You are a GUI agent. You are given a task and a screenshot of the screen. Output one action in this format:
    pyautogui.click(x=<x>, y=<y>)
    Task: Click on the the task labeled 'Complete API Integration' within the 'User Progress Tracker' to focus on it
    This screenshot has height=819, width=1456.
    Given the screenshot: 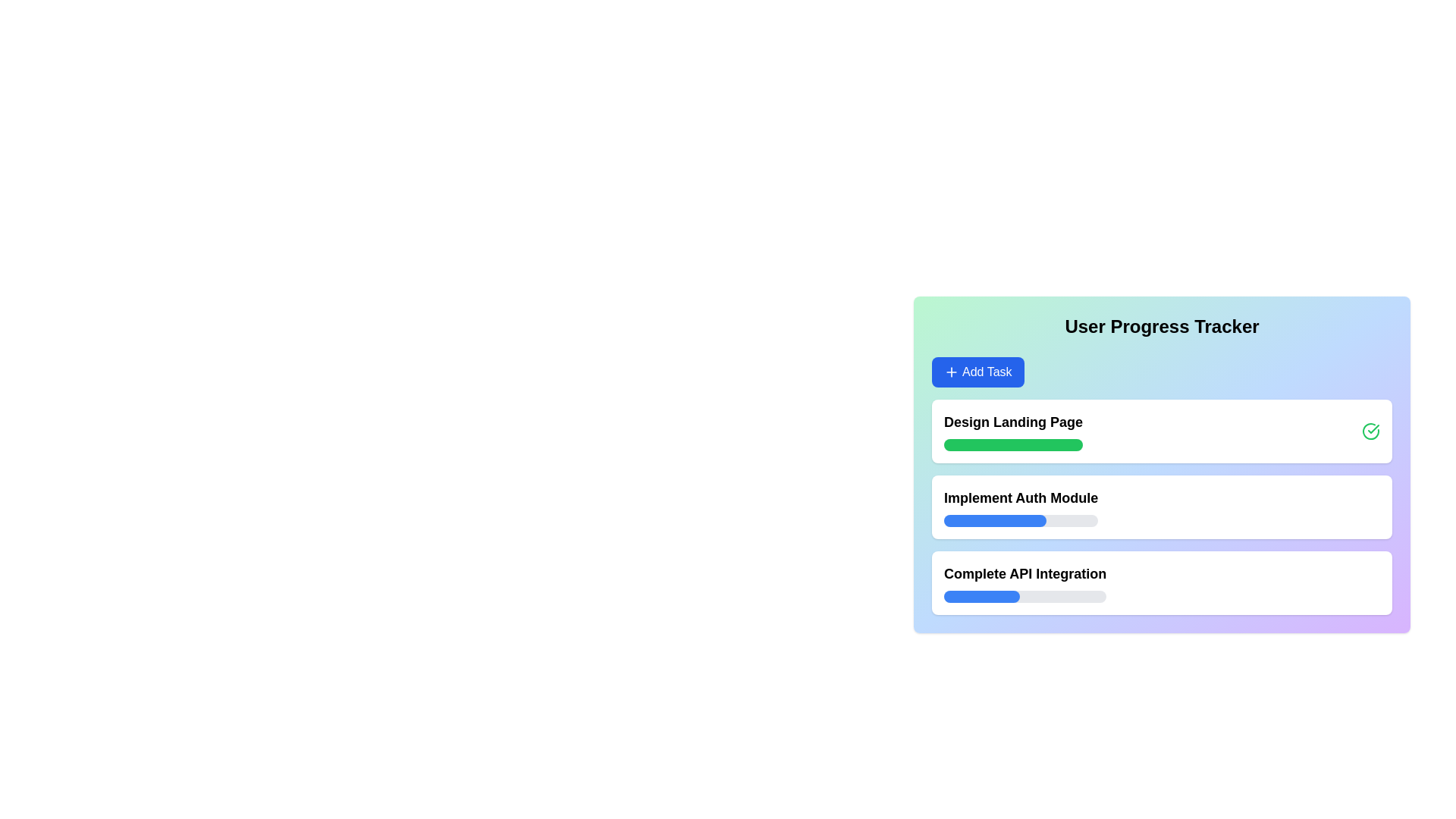 What is the action you would take?
    pyautogui.click(x=1025, y=582)
    